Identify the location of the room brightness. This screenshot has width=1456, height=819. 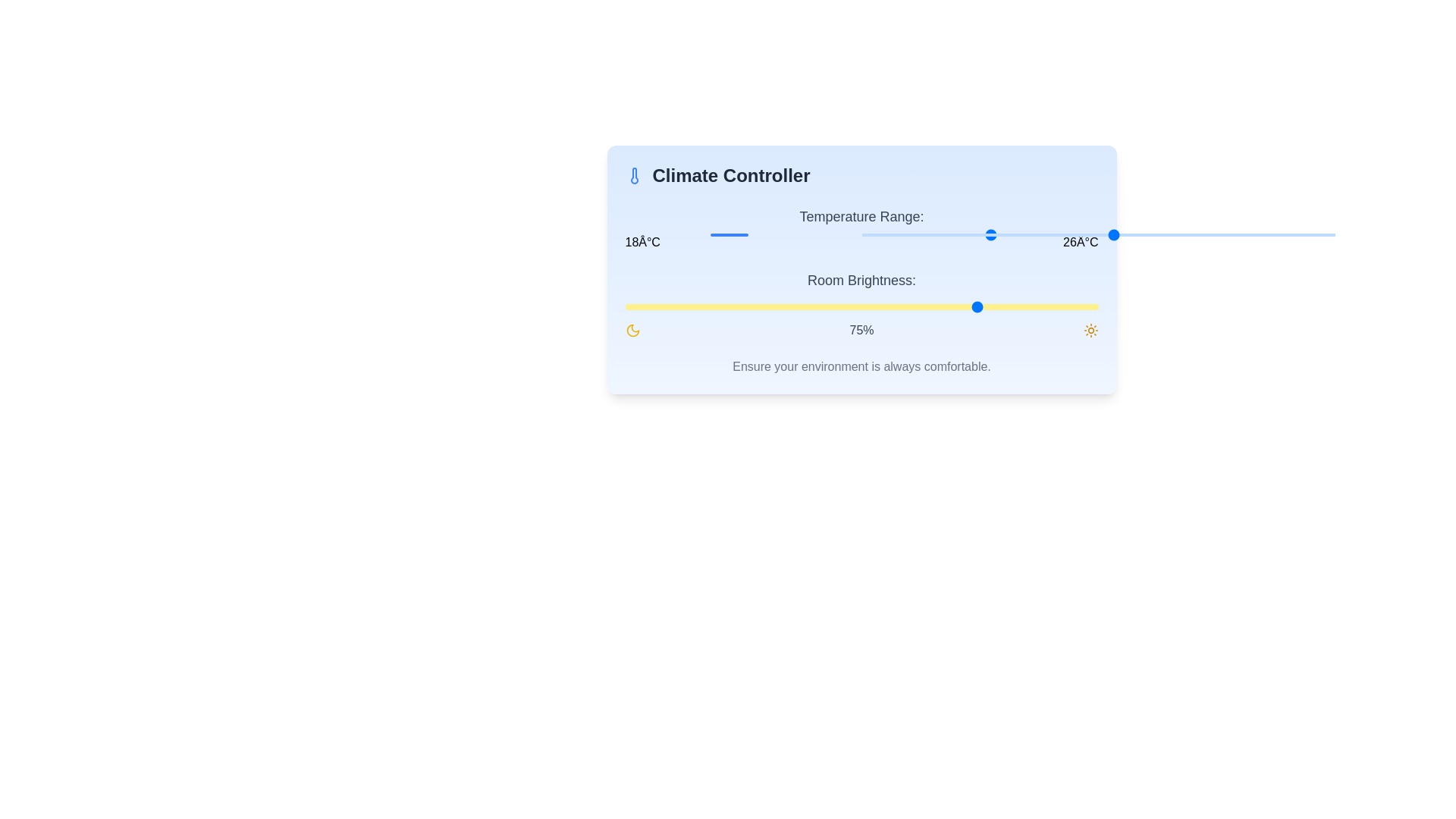
(904, 307).